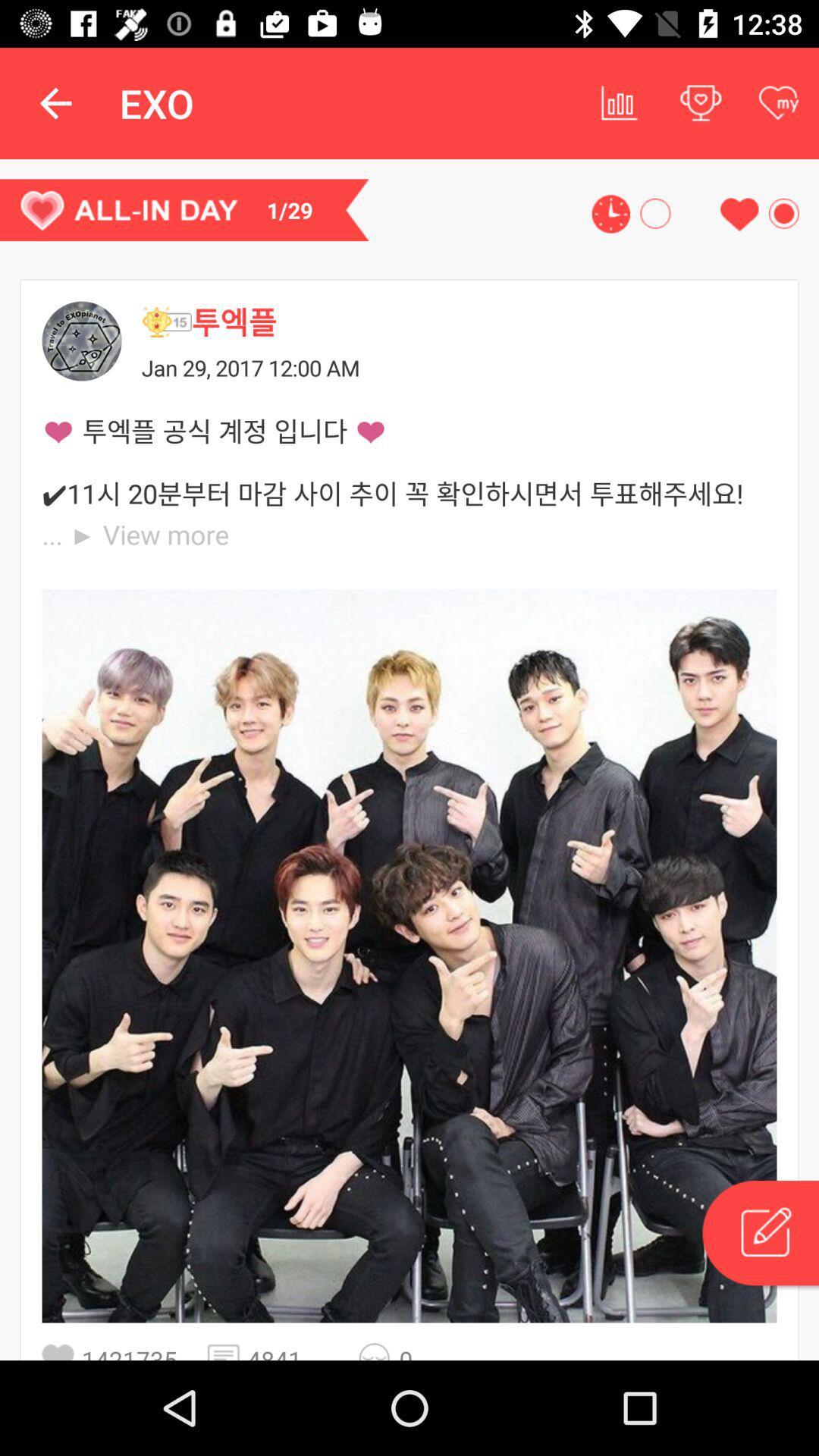 The width and height of the screenshot is (819, 1456). What do you see at coordinates (409, 955) in the screenshot?
I see `image` at bounding box center [409, 955].